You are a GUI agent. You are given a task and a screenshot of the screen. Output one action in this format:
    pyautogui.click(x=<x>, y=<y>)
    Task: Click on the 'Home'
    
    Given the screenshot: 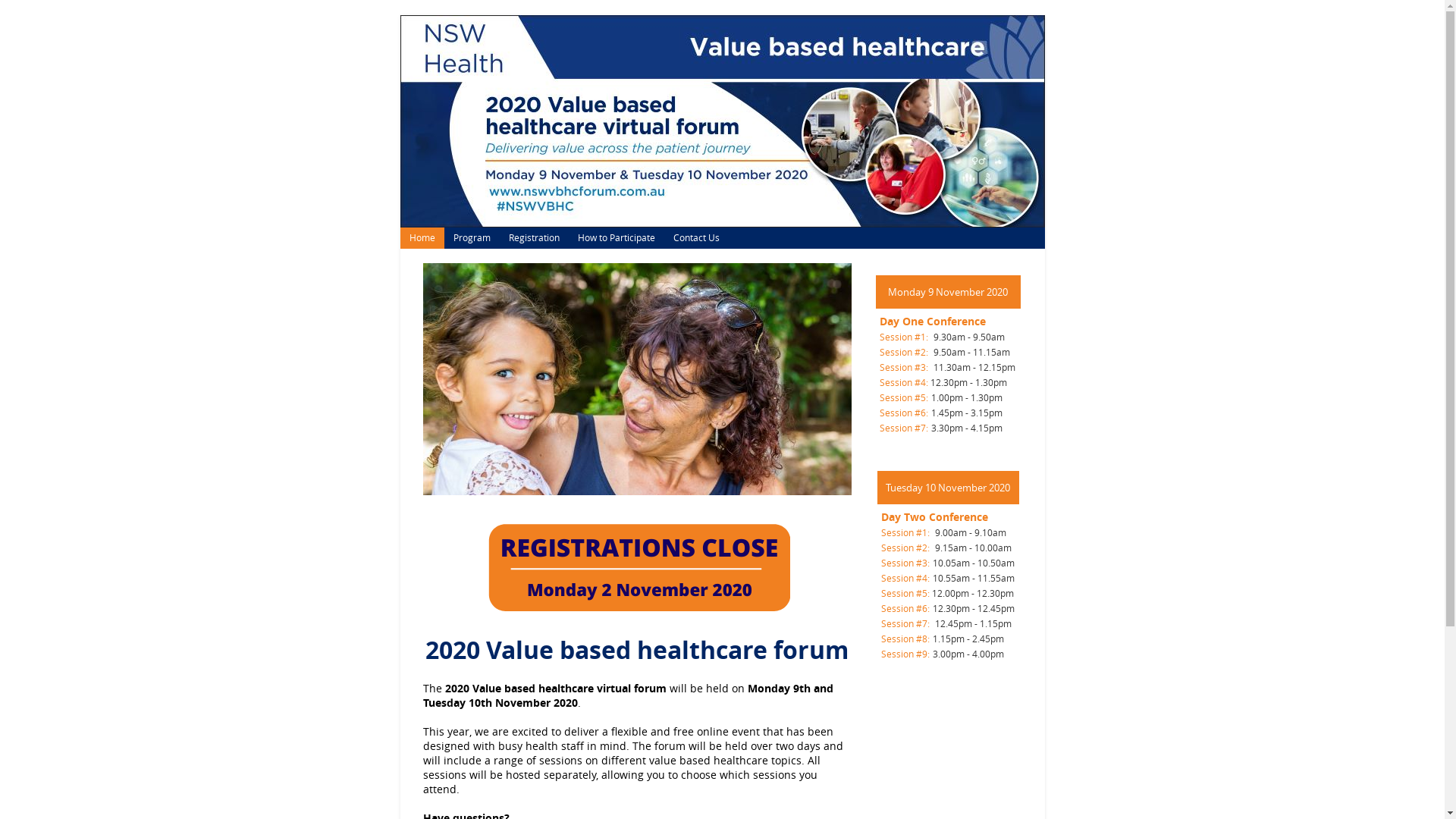 What is the action you would take?
    pyautogui.click(x=400, y=237)
    